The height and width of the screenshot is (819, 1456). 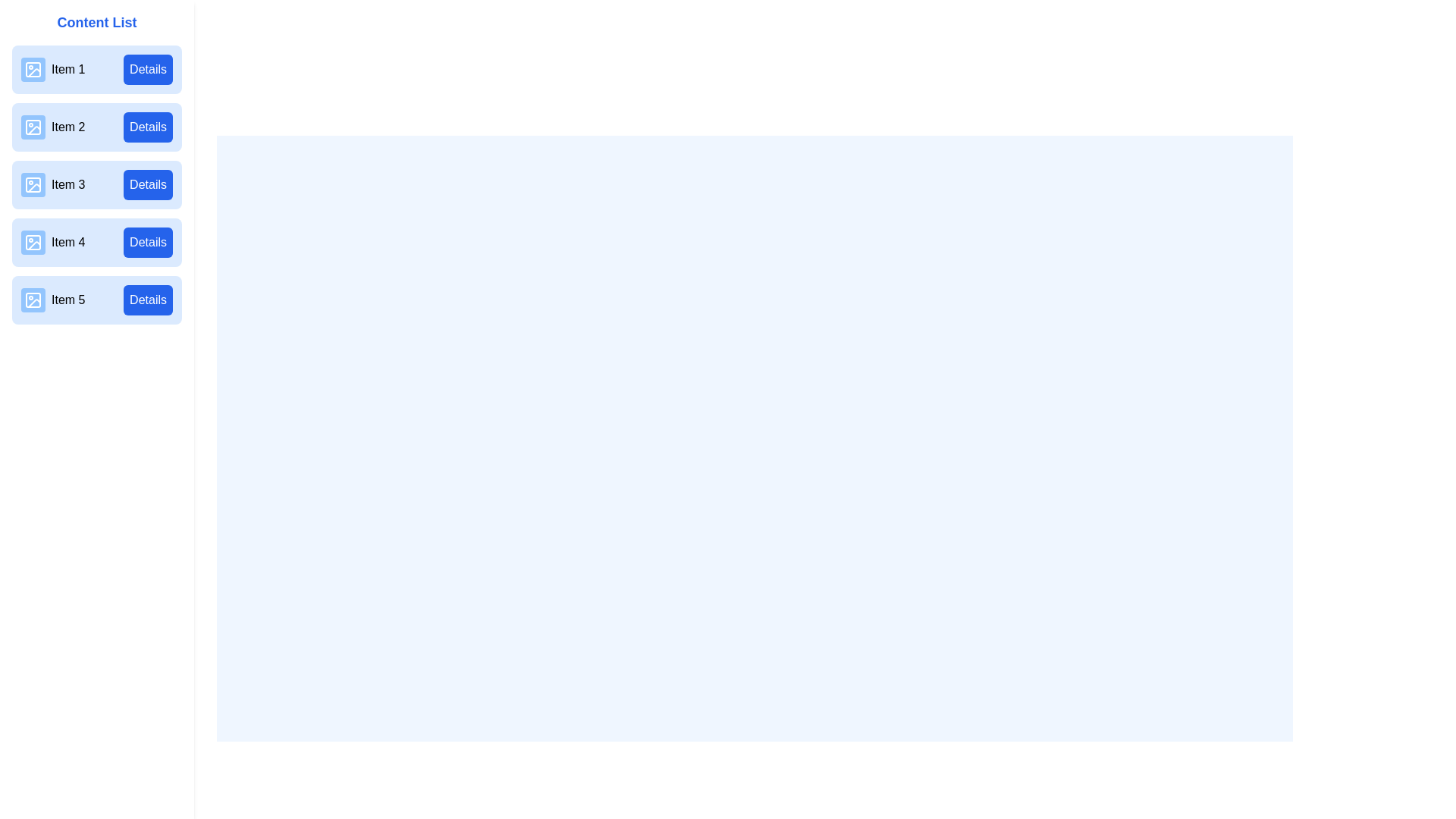 What do you see at coordinates (67, 300) in the screenshot?
I see `the static text label reading 'Item 5', which is styled in a standard sans-serif font and located in the fifth row of a vertically stacked list, positioned between an icon and a blue rectangular button labeled 'Details'` at bounding box center [67, 300].